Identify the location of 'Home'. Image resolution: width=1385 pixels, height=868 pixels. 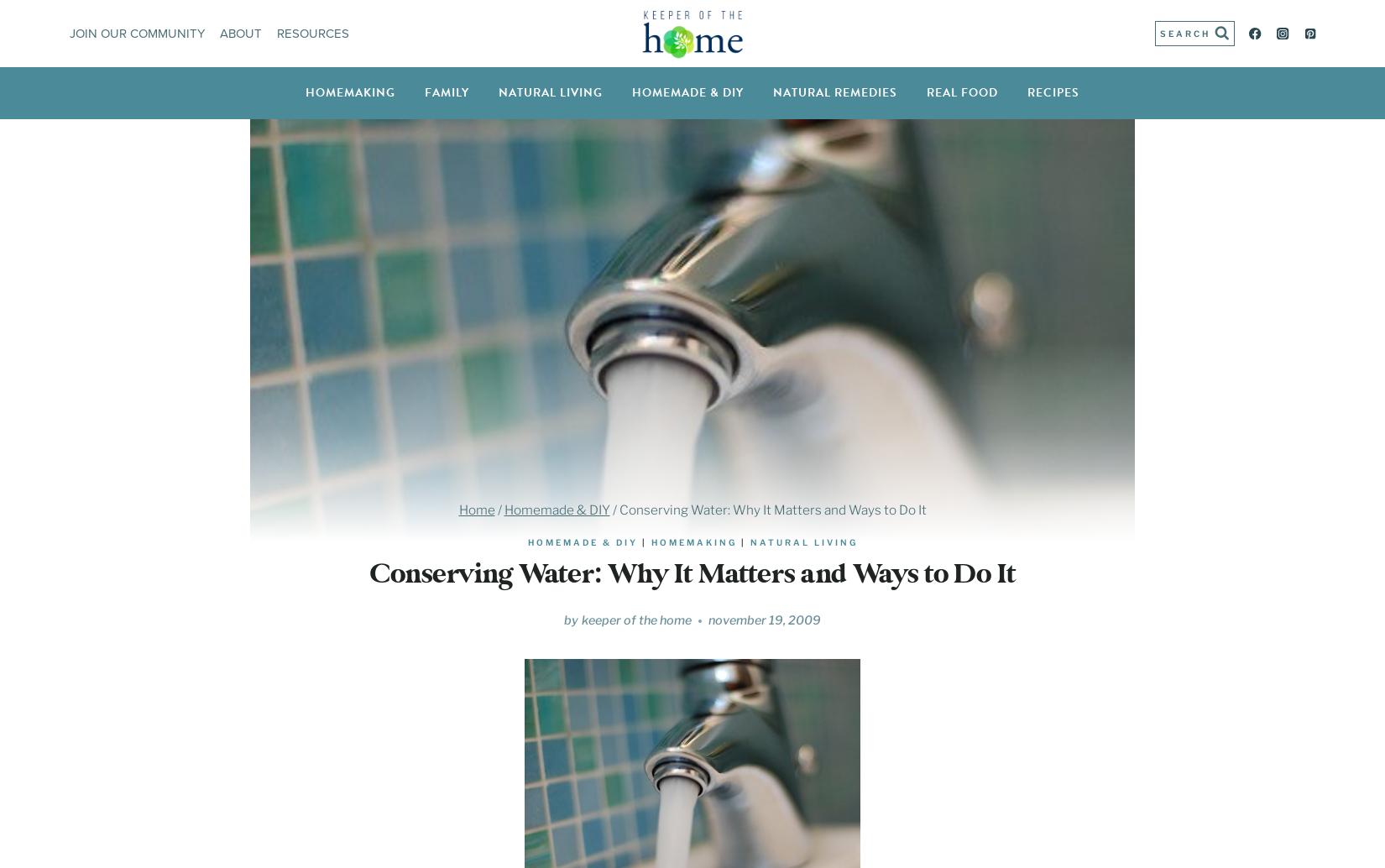
(457, 509).